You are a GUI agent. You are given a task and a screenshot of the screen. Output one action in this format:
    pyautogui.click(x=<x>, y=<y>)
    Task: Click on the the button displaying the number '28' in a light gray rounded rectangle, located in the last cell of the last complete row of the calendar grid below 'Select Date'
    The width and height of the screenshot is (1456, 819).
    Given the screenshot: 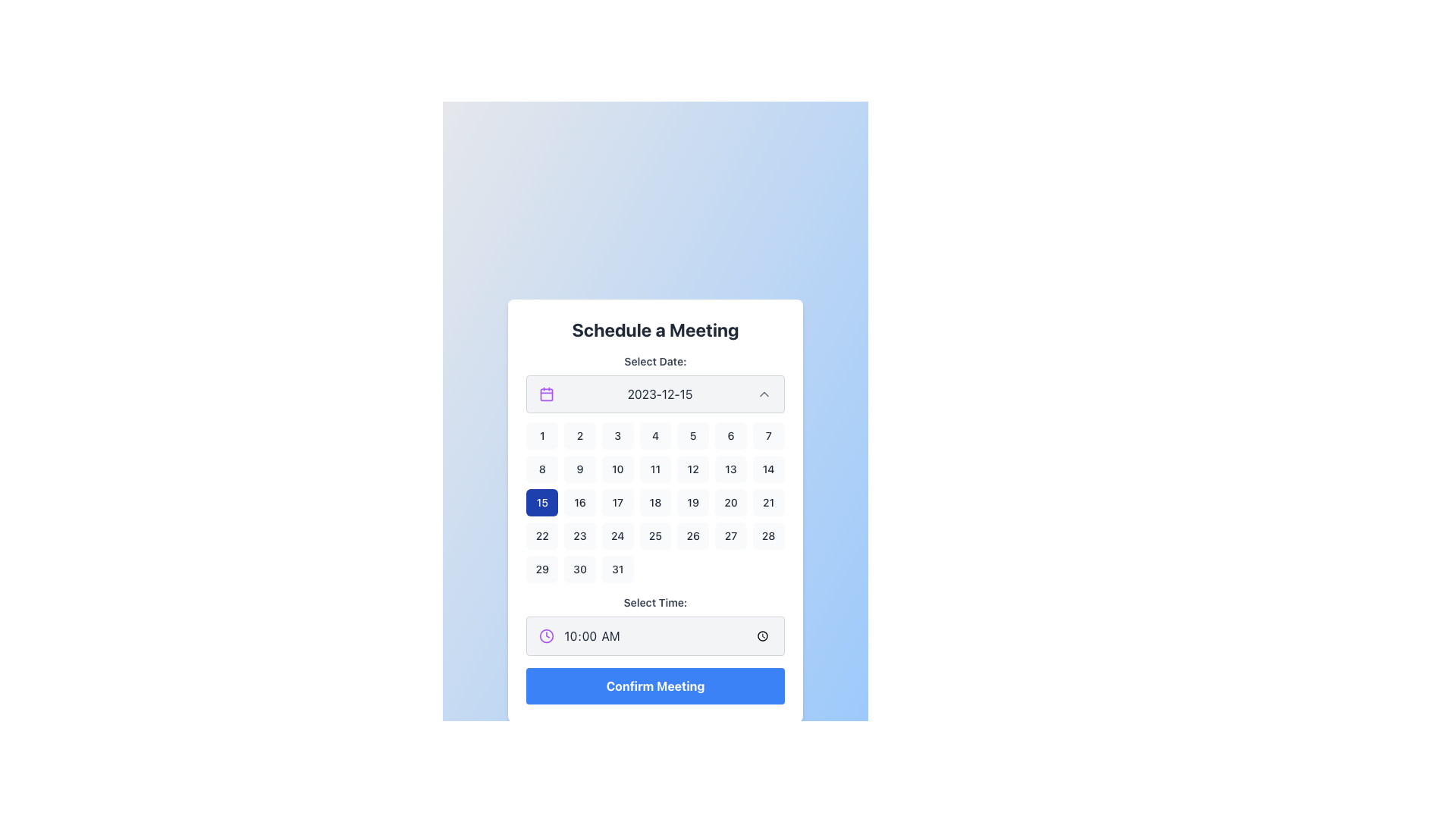 What is the action you would take?
    pyautogui.click(x=768, y=535)
    